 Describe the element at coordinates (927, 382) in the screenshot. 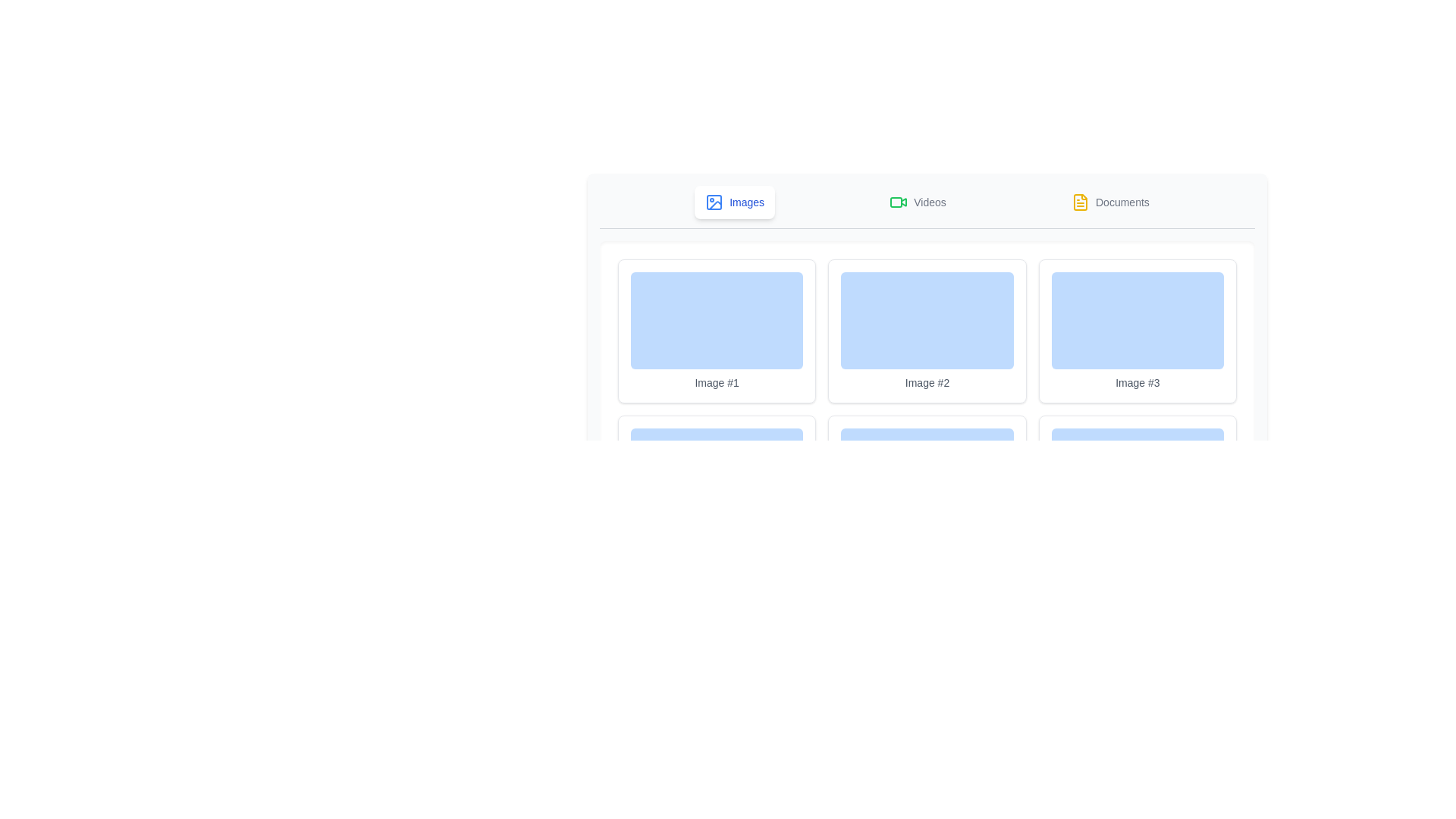

I see `the static text label 'Image #2' that identifies the content of the associated image in the card layout` at that location.